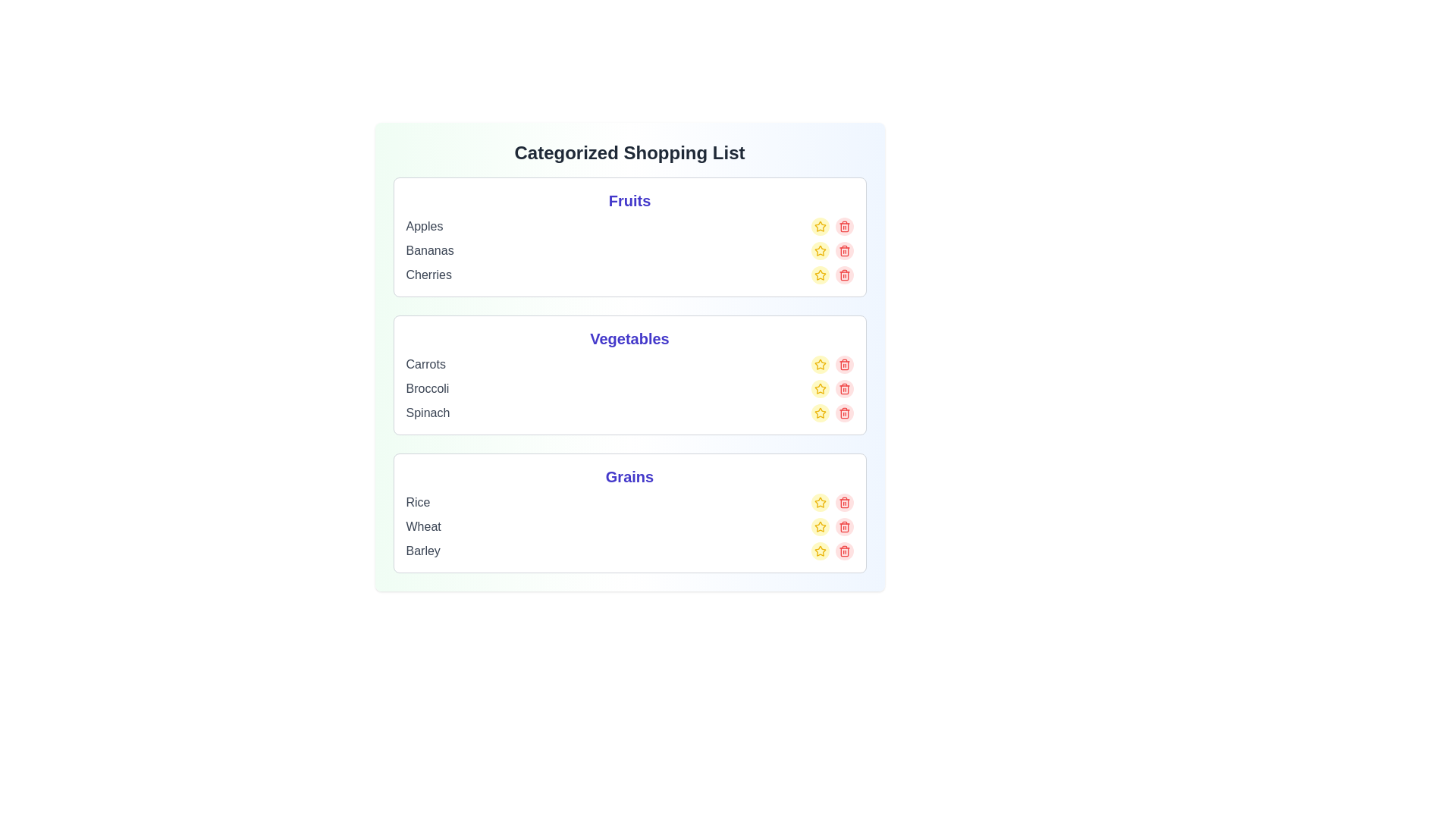 This screenshot has height=819, width=1456. Describe the element at coordinates (629, 237) in the screenshot. I see `the category card for Fruits` at that location.